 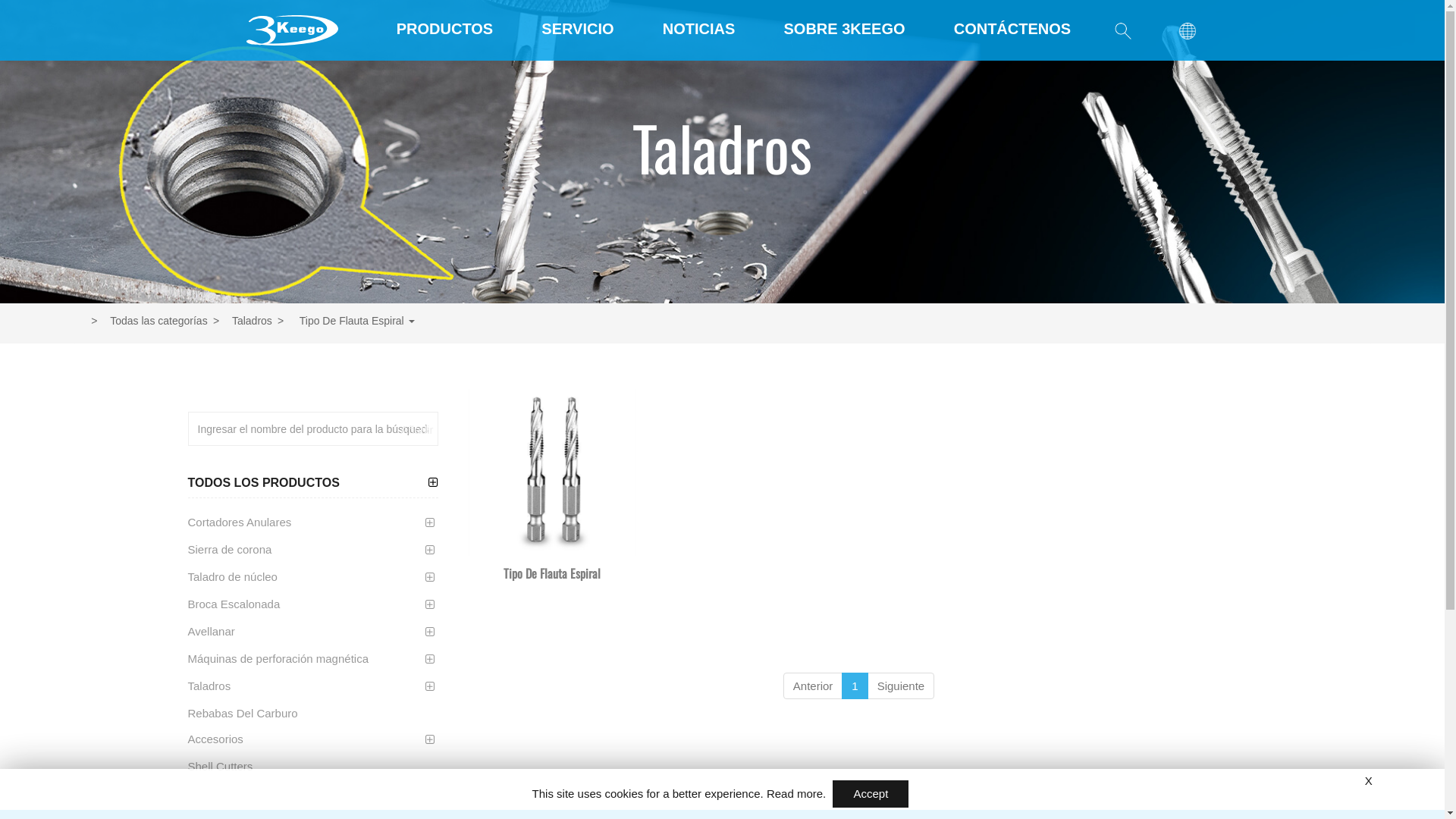 I want to click on 'SHAJENG HARDWARE CO., LTD', so click(x=291, y=30).